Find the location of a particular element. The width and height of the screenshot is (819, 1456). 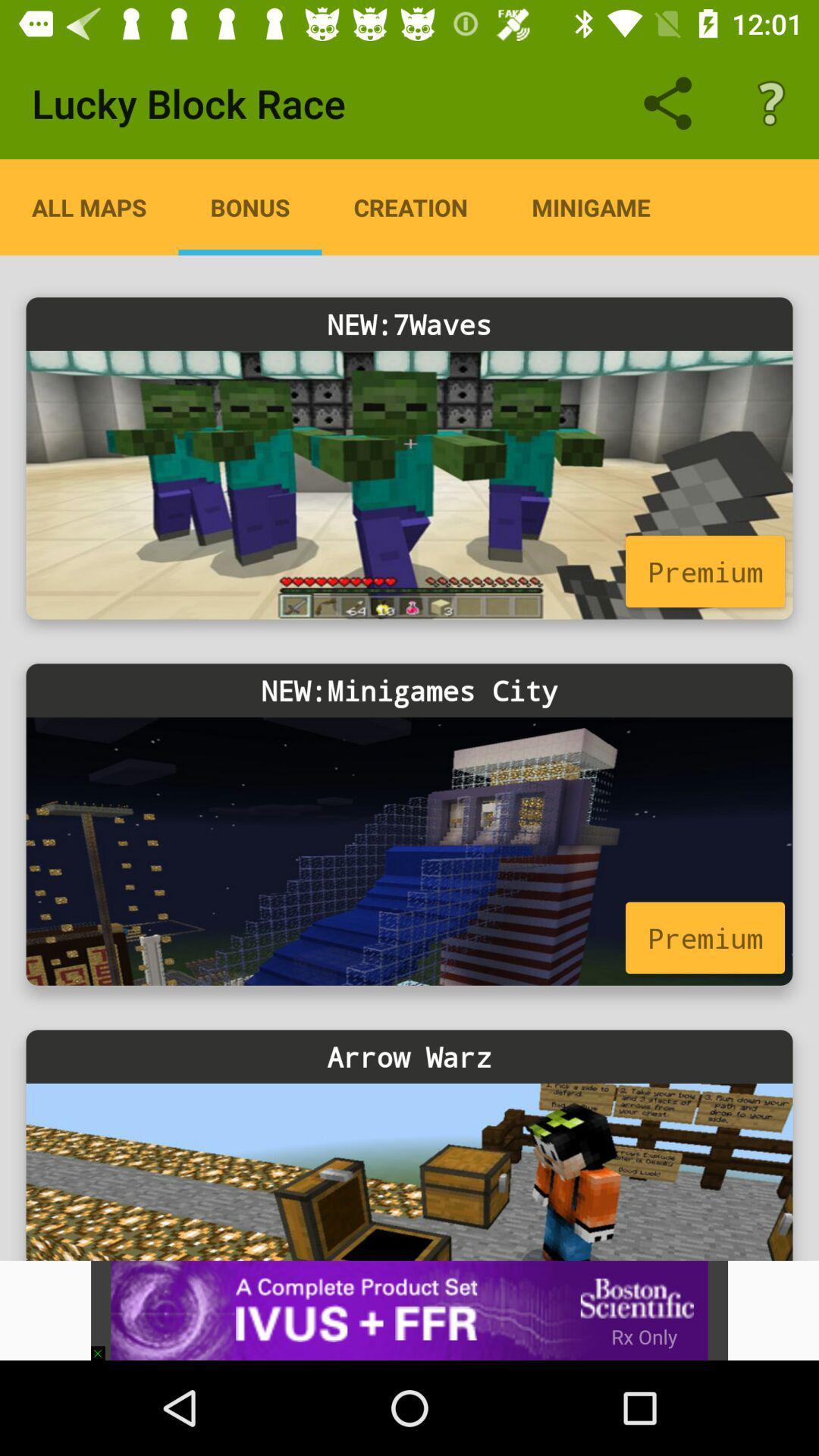

the minigame item is located at coordinates (590, 206).